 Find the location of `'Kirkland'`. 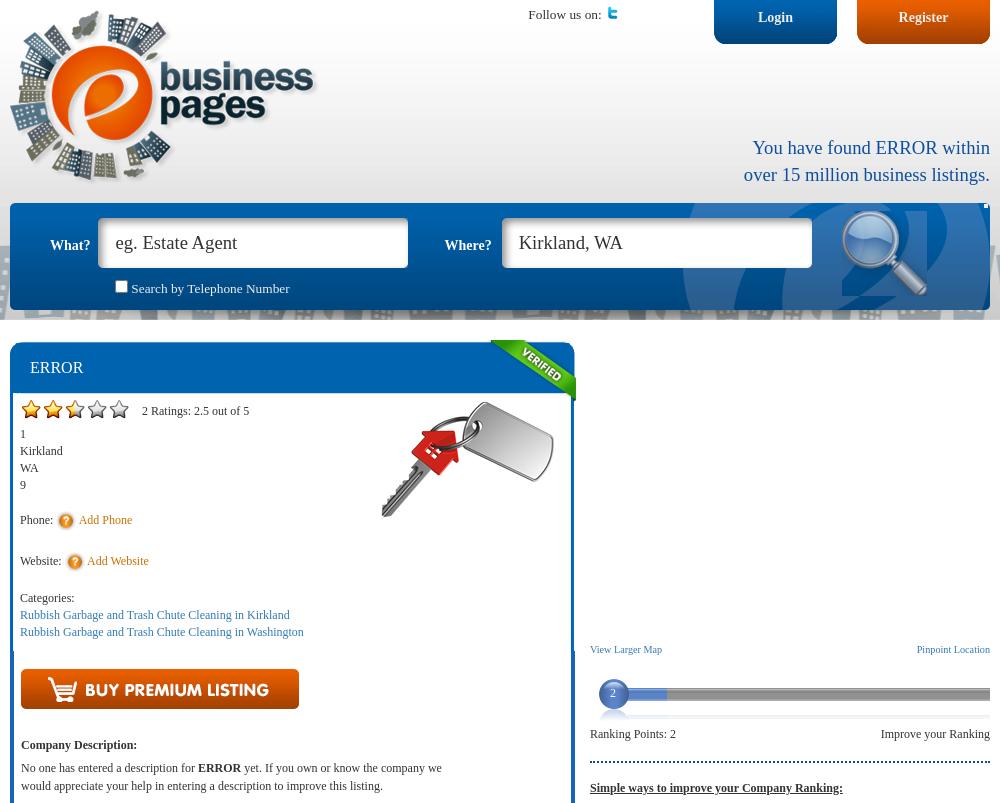

'Kirkland' is located at coordinates (20, 450).